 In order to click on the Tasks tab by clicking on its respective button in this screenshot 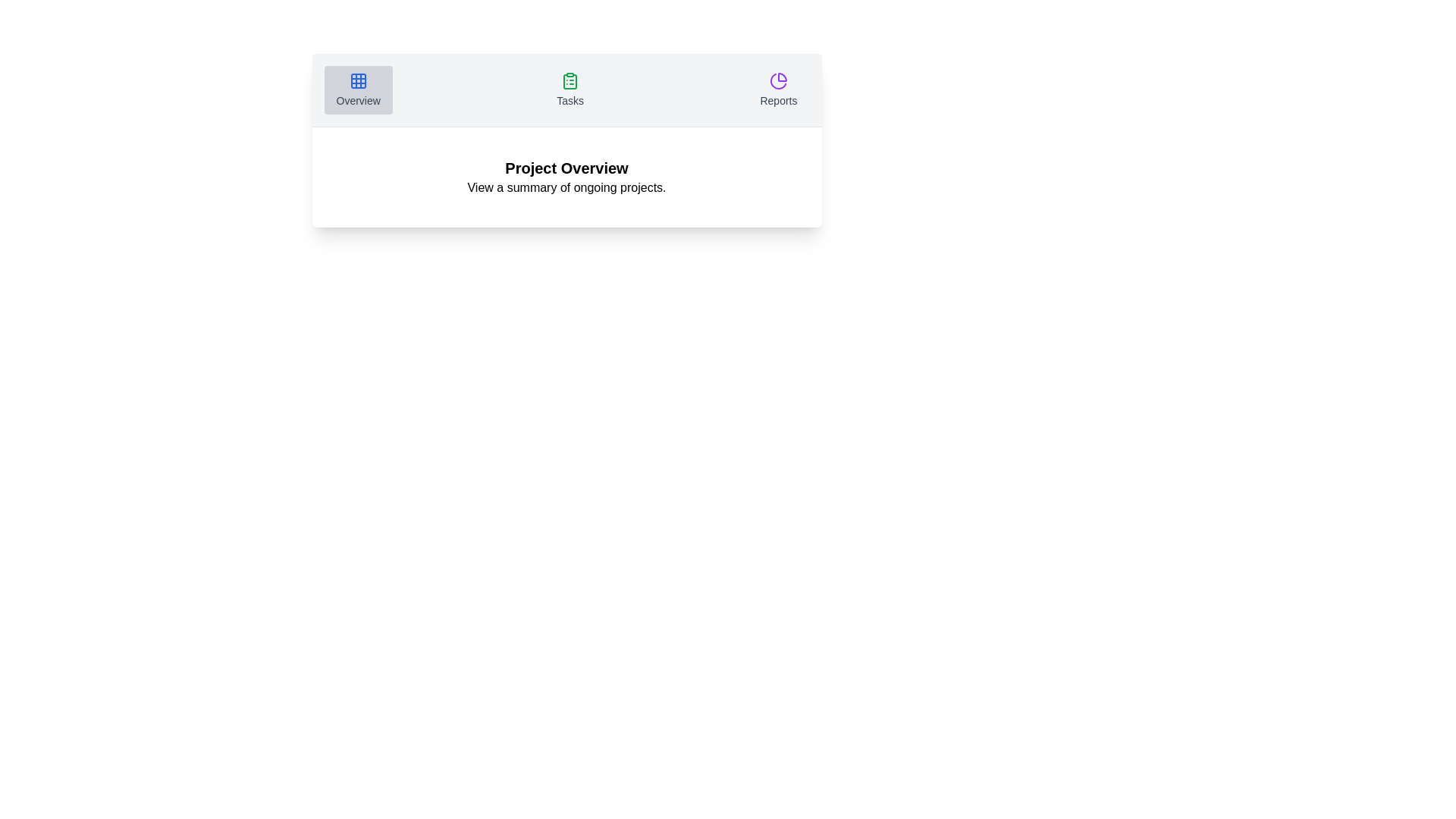, I will do `click(570, 90)`.